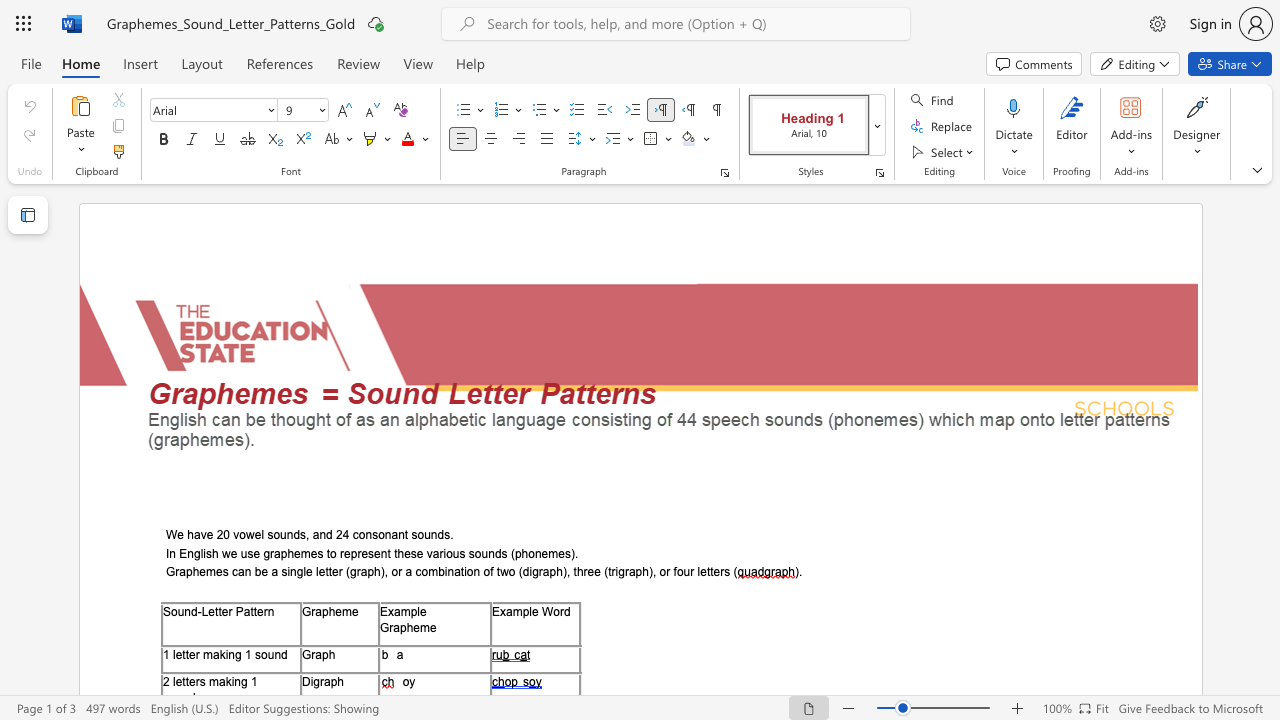 This screenshot has width=1280, height=720. What do you see at coordinates (499, 610) in the screenshot?
I see `the subset text "xample Wor" within the text "Example Word"` at bounding box center [499, 610].